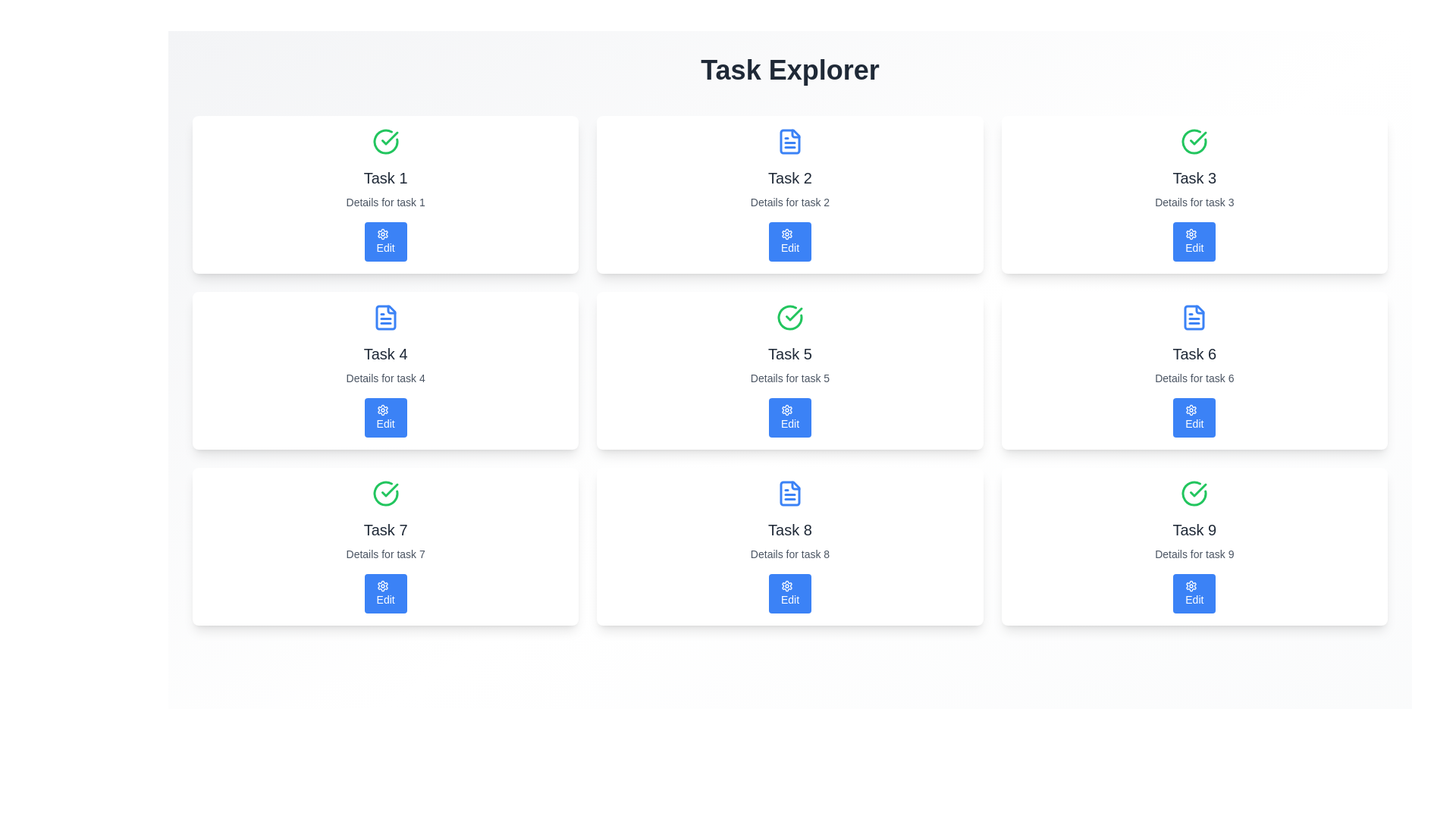 The image size is (1456, 819). What do you see at coordinates (1191, 234) in the screenshot?
I see `the settings icon located within the blue 'Edit' button in the task card labeled 'Task 3', positioned in the top-right section of the grid layout` at bounding box center [1191, 234].